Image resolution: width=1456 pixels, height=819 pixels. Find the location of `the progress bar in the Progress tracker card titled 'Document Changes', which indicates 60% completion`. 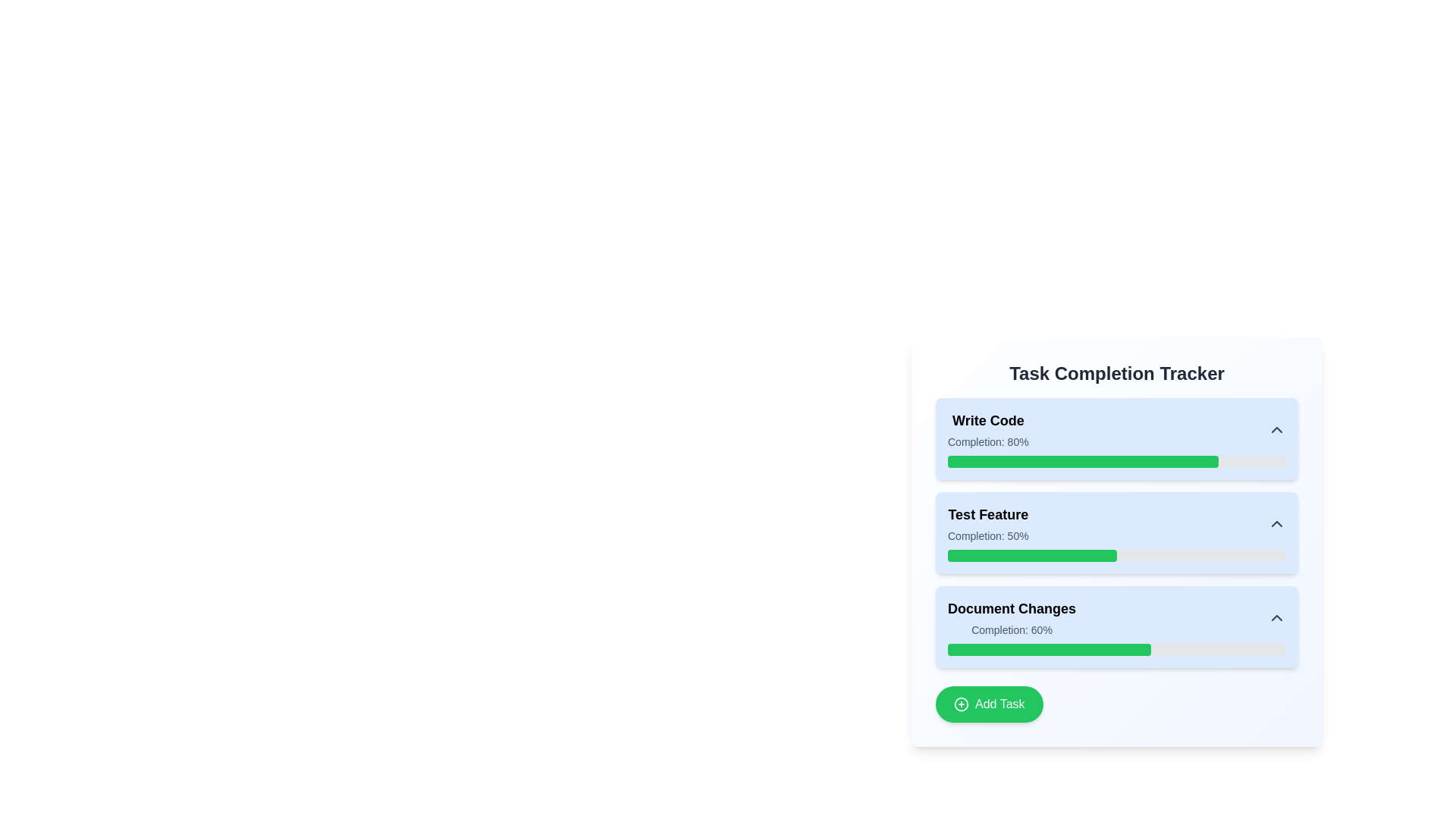

the progress bar in the Progress tracker card titled 'Document Changes', which indicates 60% completion is located at coordinates (1117, 626).